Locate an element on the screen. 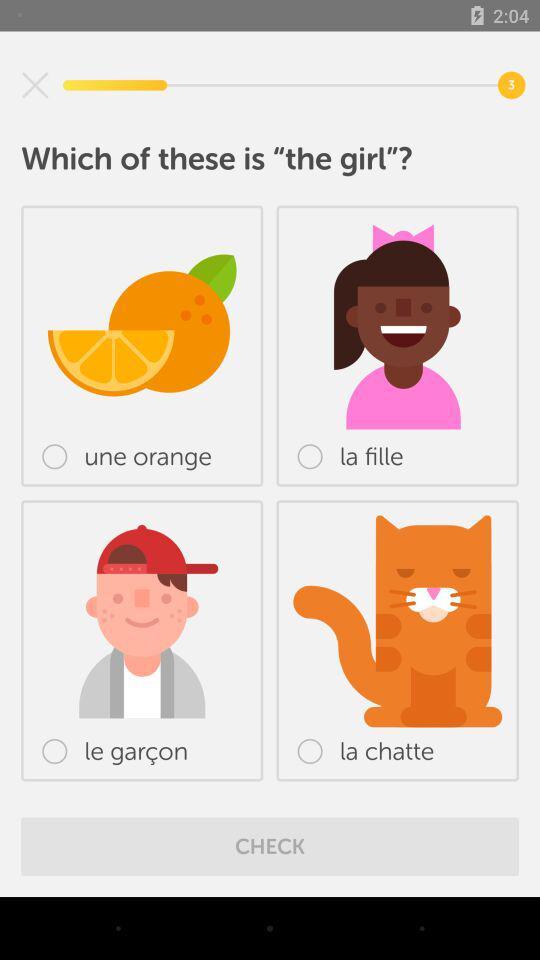 The width and height of the screenshot is (540, 960). page is located at coordinates (35, 85).